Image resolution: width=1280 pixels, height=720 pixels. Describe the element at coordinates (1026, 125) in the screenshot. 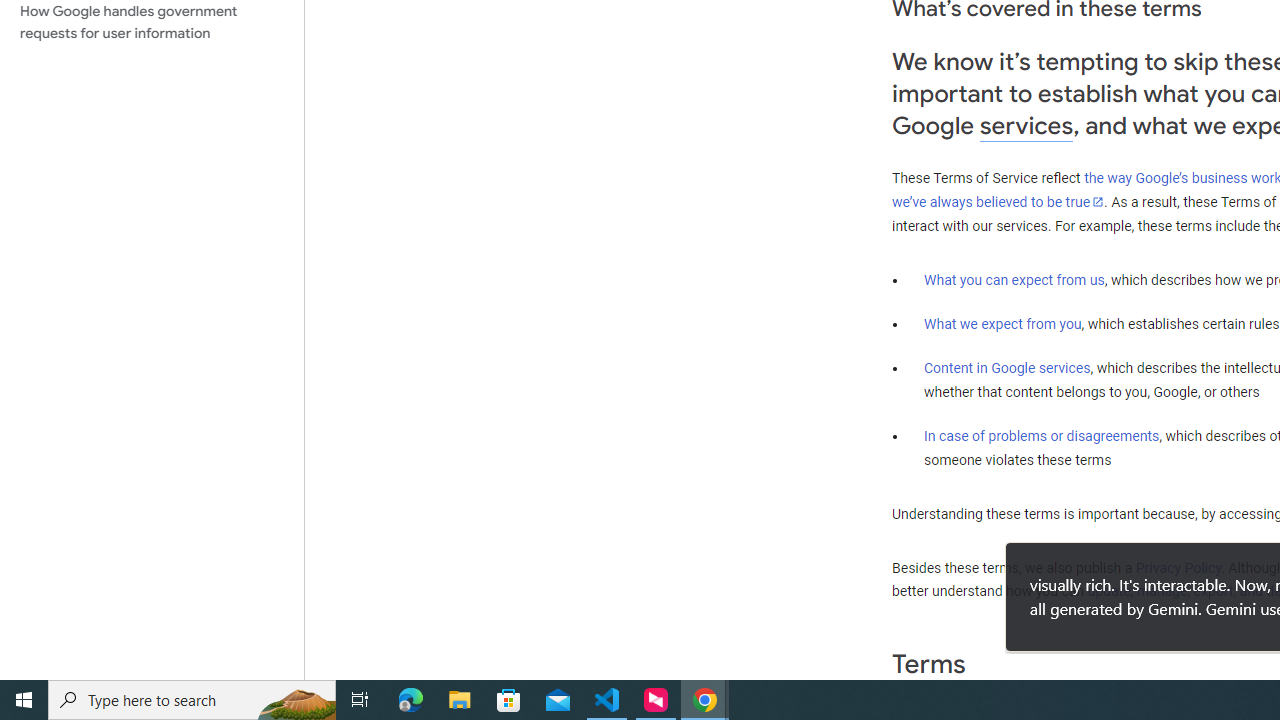

I see `'services'` at that location.